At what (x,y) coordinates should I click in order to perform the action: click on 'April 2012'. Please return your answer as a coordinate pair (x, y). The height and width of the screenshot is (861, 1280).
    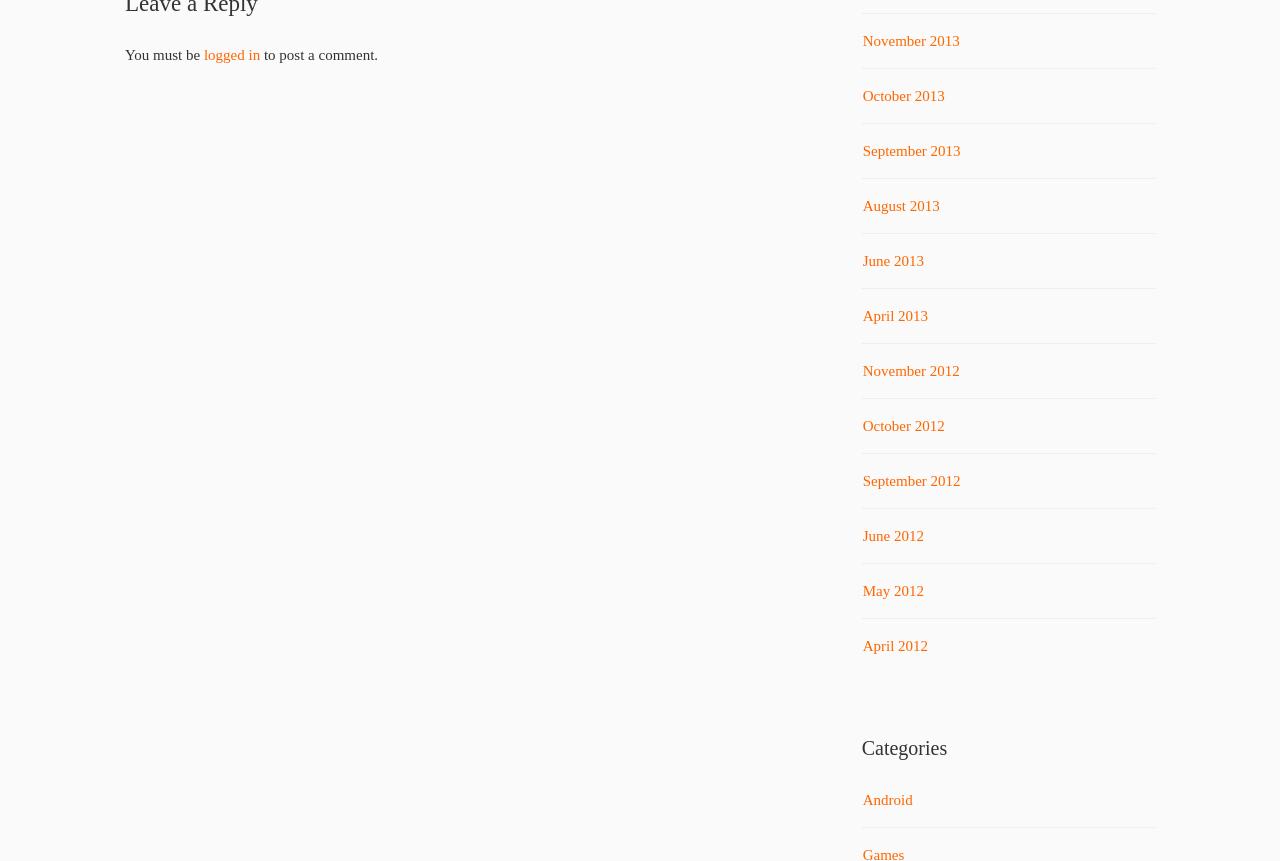
    Looking at the image, I should click on (893, 646).